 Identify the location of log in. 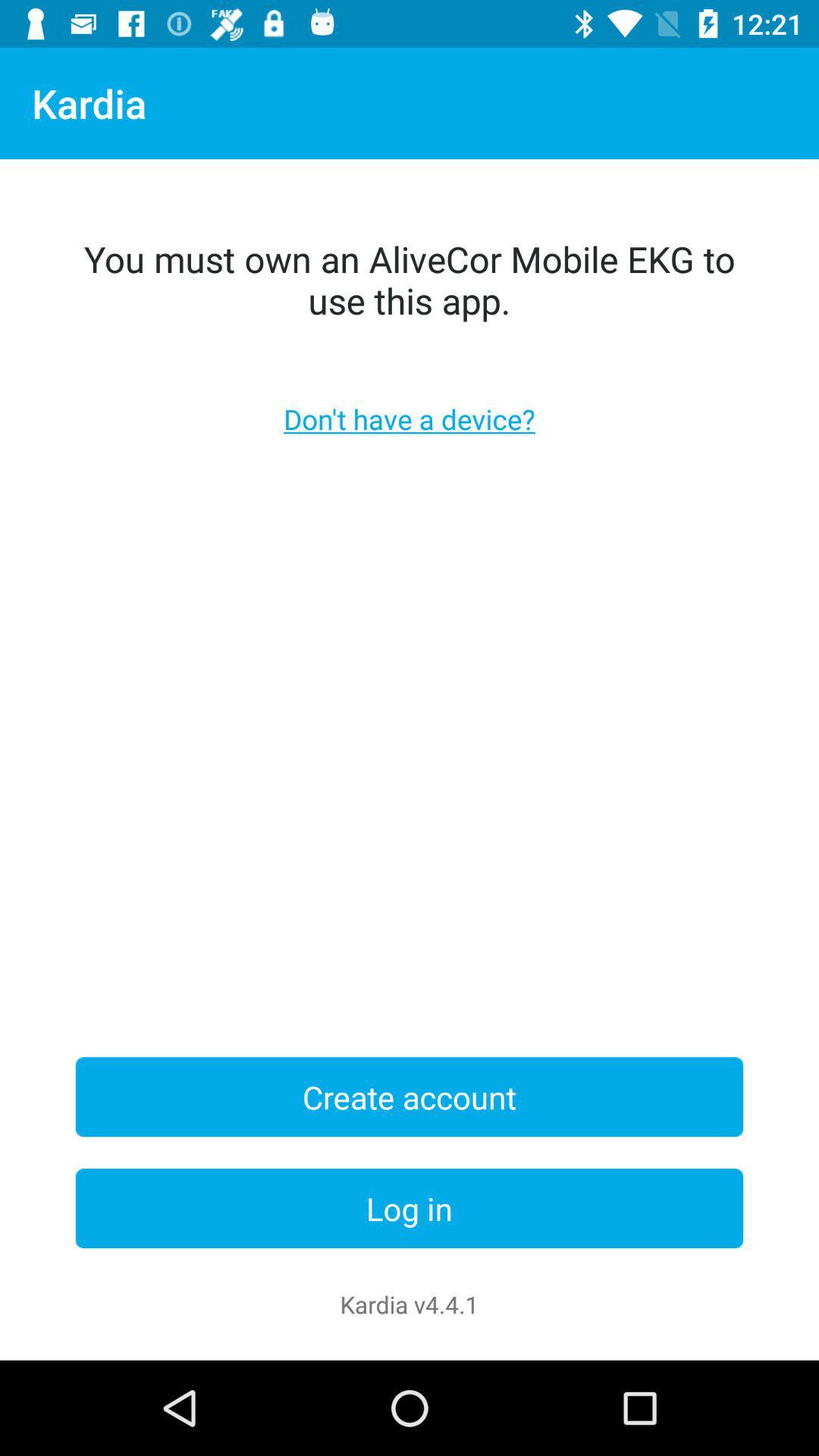
(409, 1207).